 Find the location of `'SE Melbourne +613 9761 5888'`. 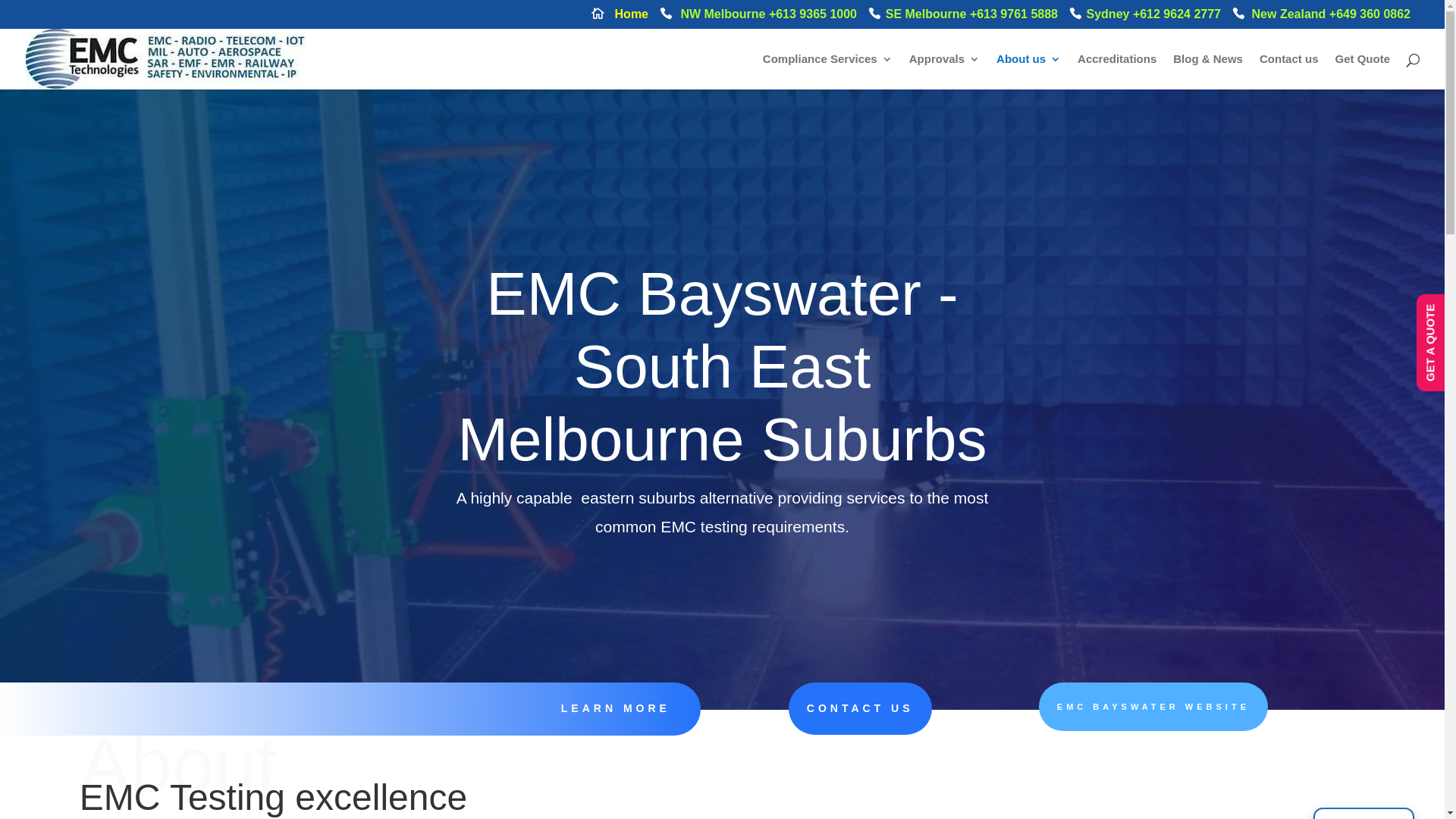

'SE Melbourne +613 9761 5888' is located at coordinates (962, 18).